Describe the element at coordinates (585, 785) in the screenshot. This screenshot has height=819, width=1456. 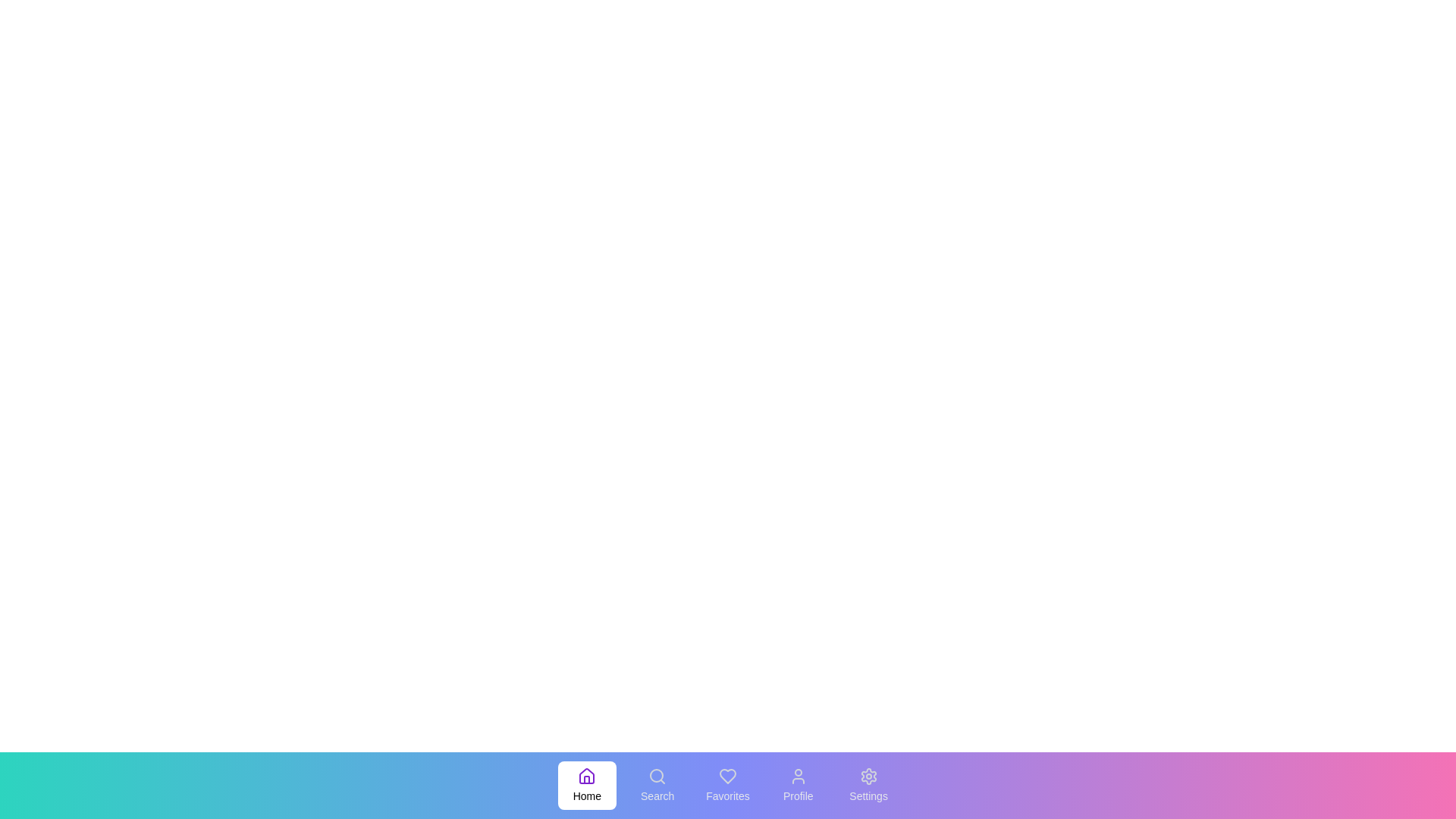
I see `the menu item labeled Home` at that location.